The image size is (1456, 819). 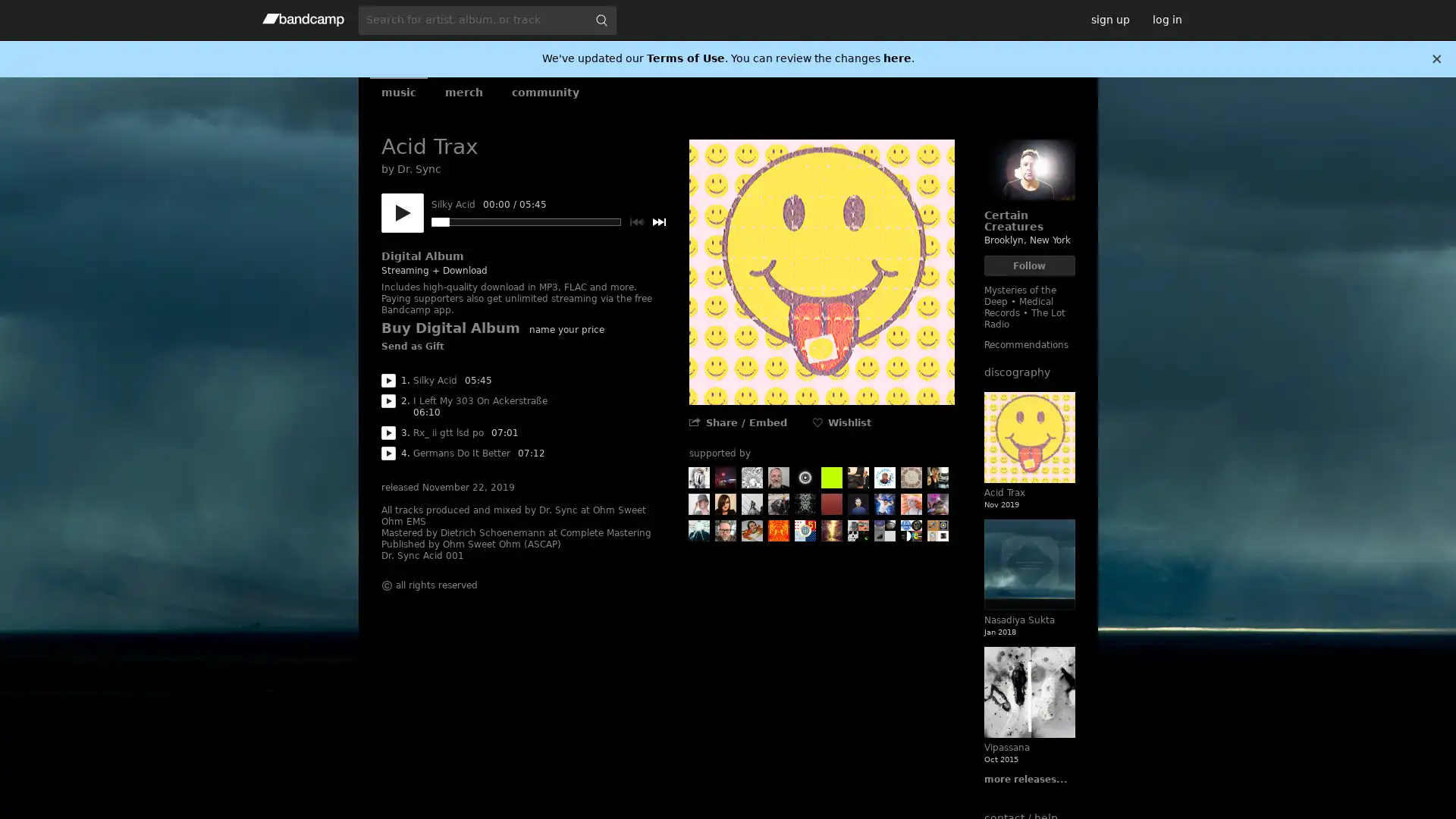 I want to click on Next track, so click(x=658, y=222).